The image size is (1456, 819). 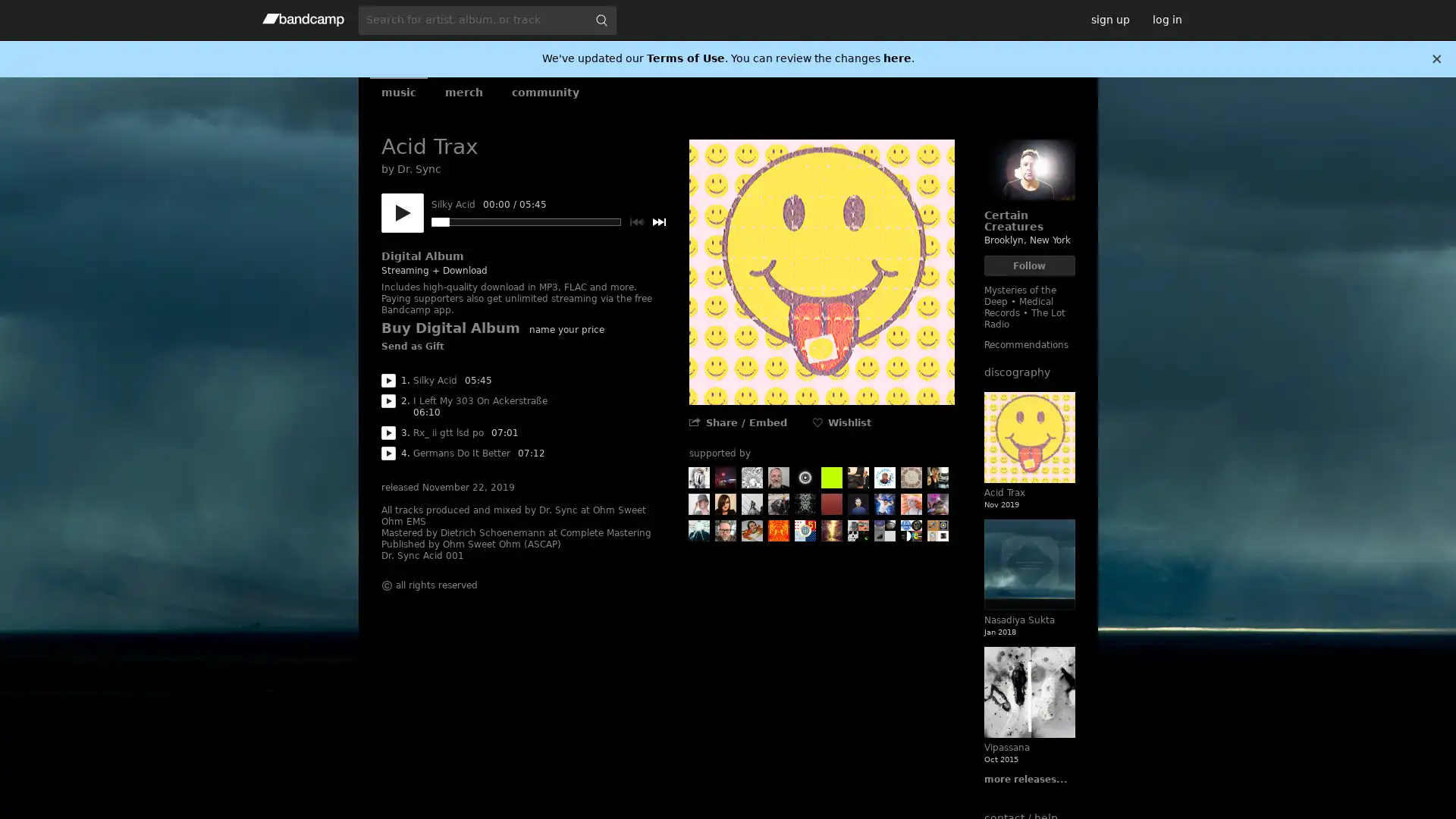 I want to click on Next track, so click(x=658, y=222).